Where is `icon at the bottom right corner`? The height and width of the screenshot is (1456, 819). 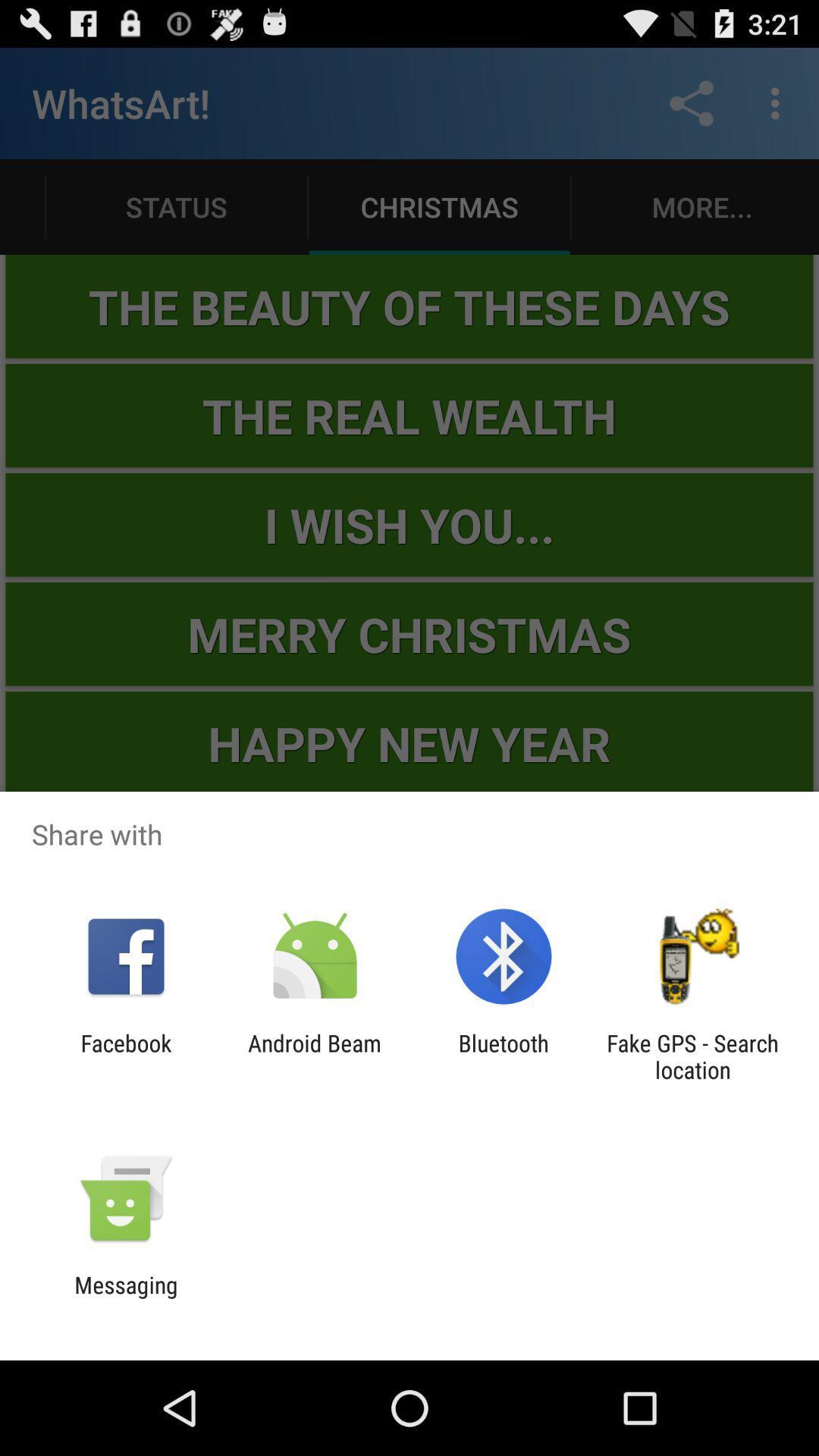
icon at the bottom right corner is located at coordinates (692, 1056).